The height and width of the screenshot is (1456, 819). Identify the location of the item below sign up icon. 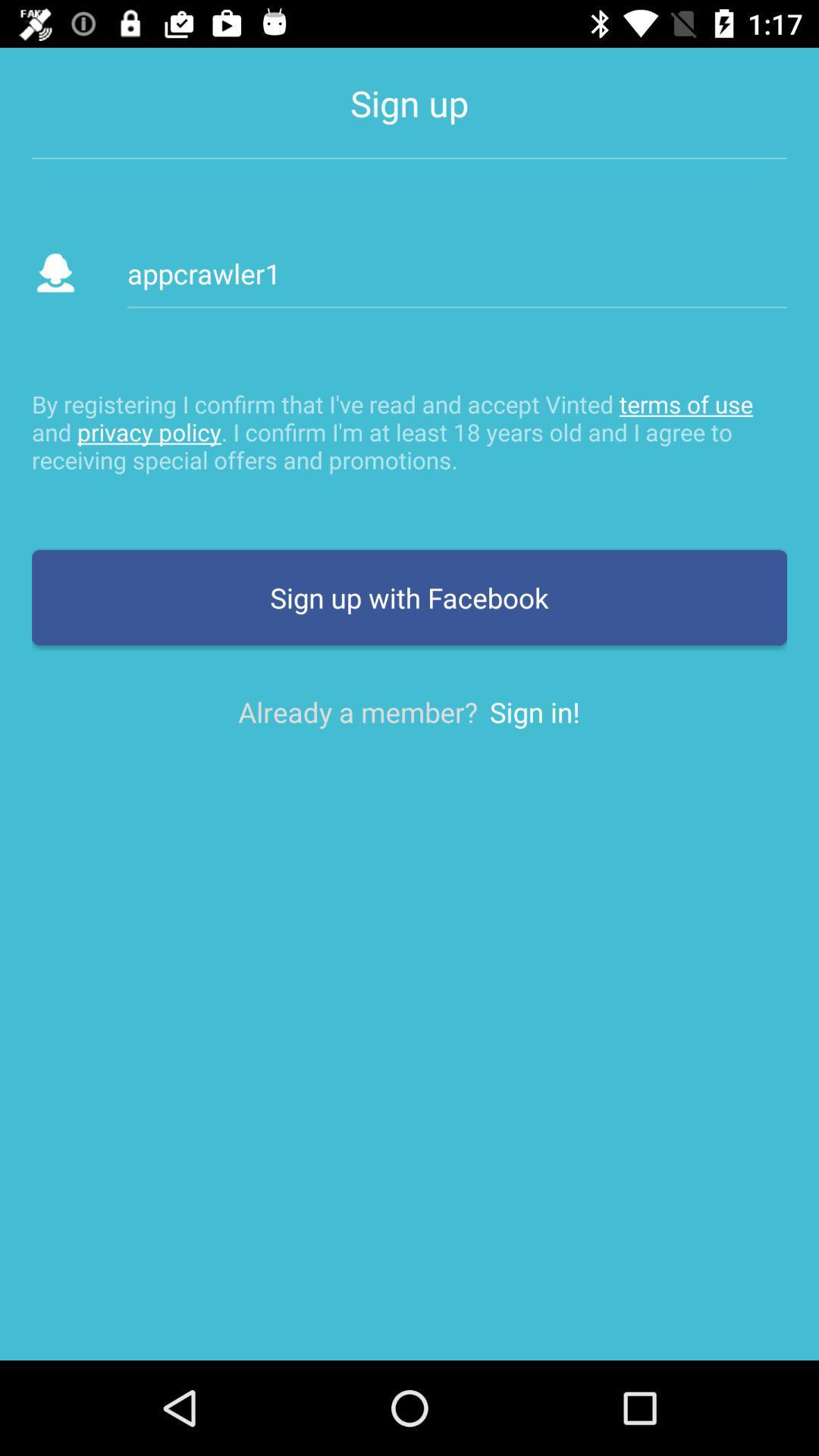
(456, 273).